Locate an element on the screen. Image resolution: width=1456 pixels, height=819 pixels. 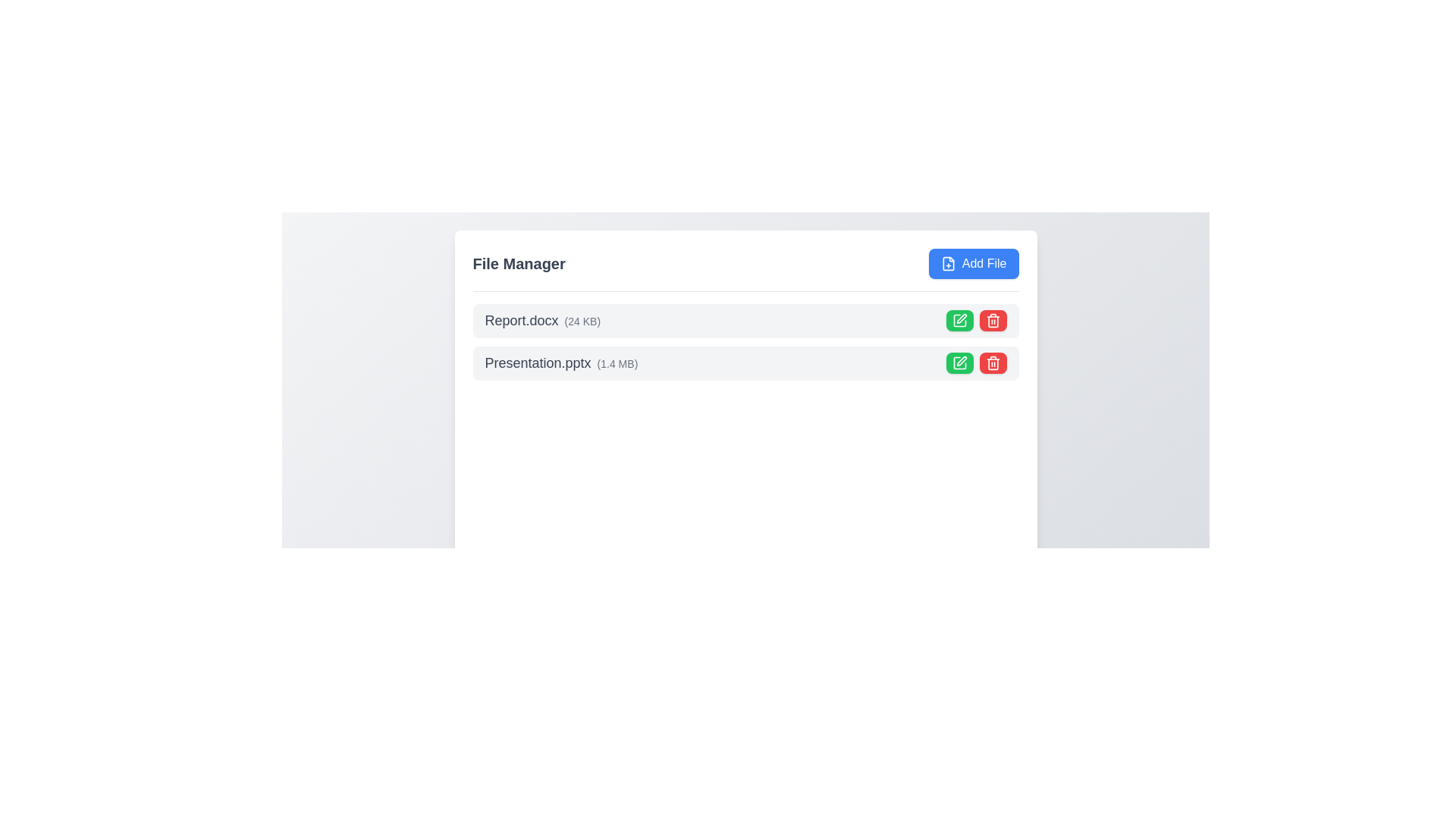
the static text label displaying 'Report.docx', which is bold and dark-gray, positioned in the first row of the list is located at coordinates (521, 320).